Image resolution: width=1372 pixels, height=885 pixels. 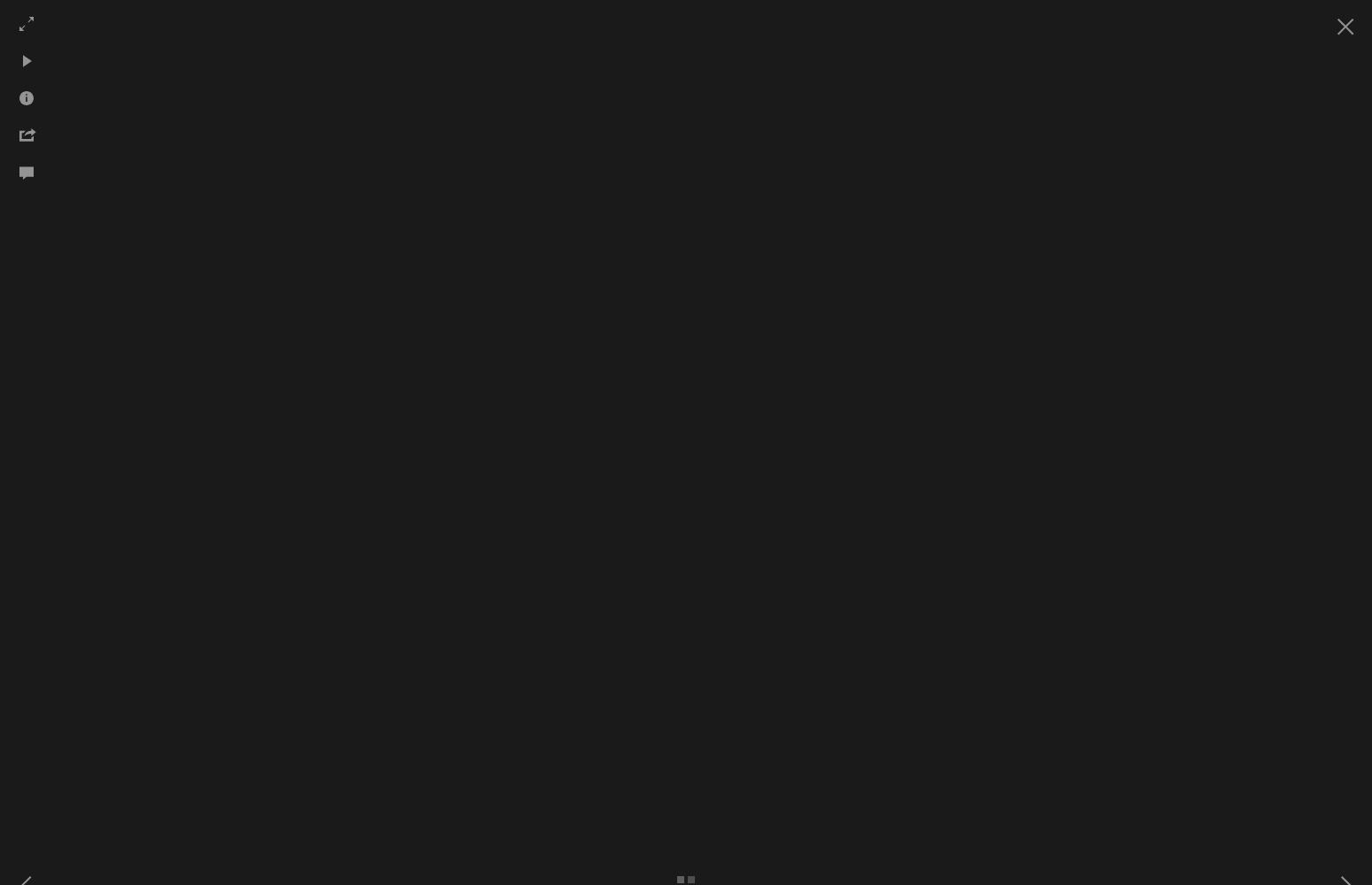 I want to click on 'Dragon flies', so click(x=311, y=204).